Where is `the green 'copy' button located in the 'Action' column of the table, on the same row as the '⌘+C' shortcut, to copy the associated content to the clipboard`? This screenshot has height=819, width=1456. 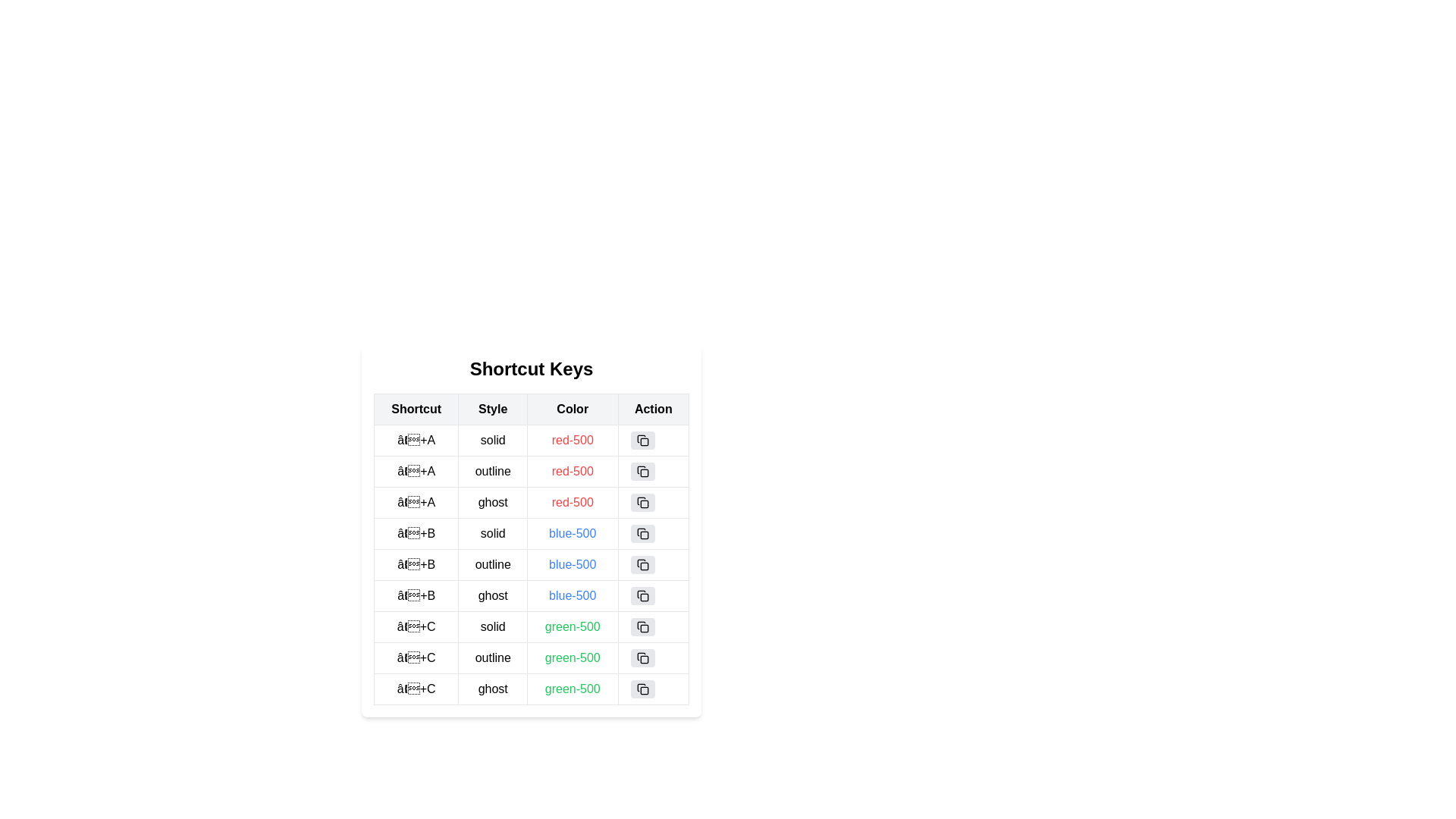 the green 'copy' button located in the 'Action' column of the table, on the same row as the '⌘+C' shortcut, to copy the associated content to the clipboard is located at coordinates (653, 626).